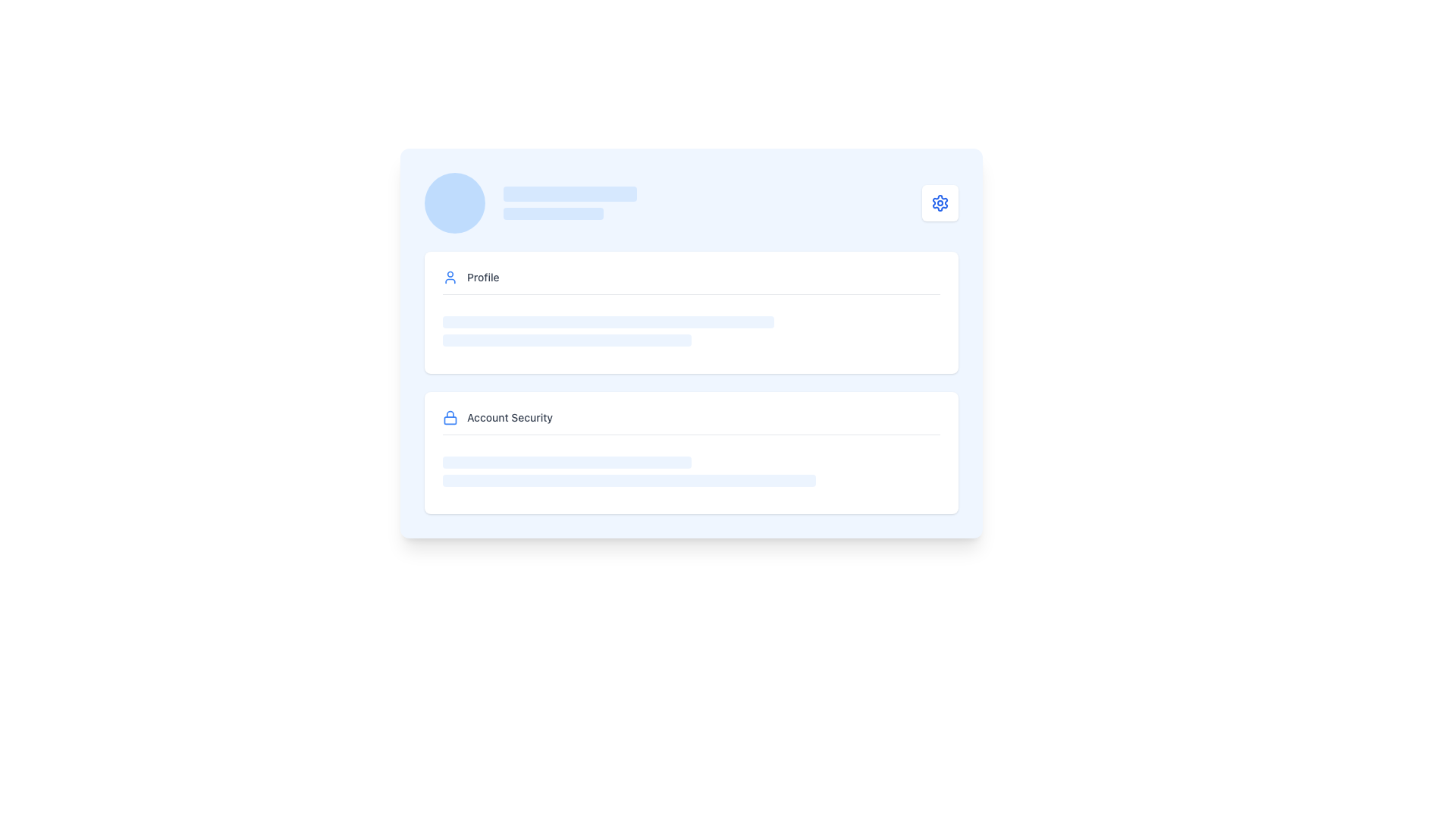 The height and width of the screenshot is (819, 1456). What do you see at coordinates (566, 339) in the screenshot?
I see `the Progress indicator or placeholder bar located under the 'Profile' section with a light blue background and rounded corners` at bounding box center [566, 339].